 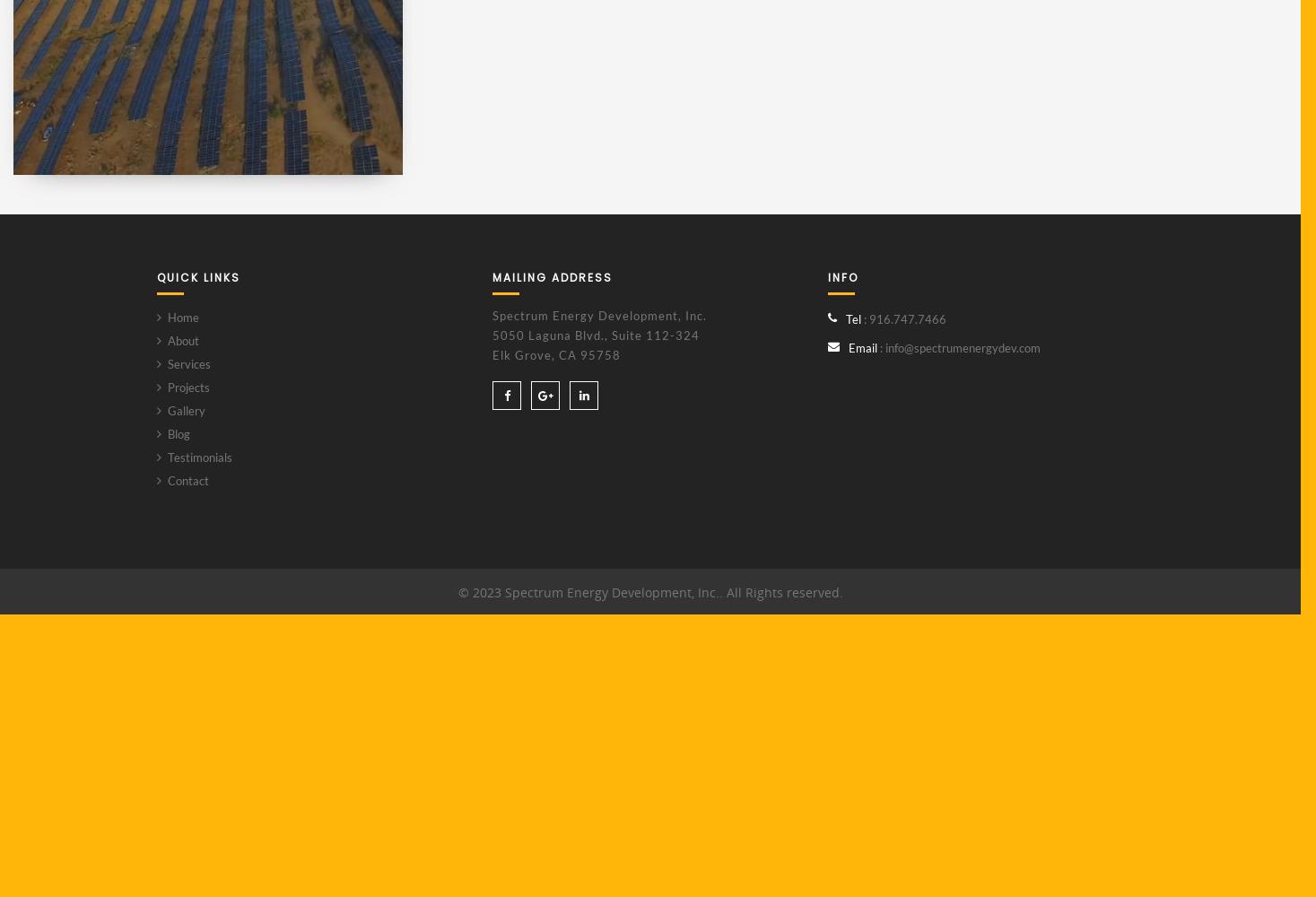 I want to click on 'MAILING ADDRESS', so click(x=552, y=277).